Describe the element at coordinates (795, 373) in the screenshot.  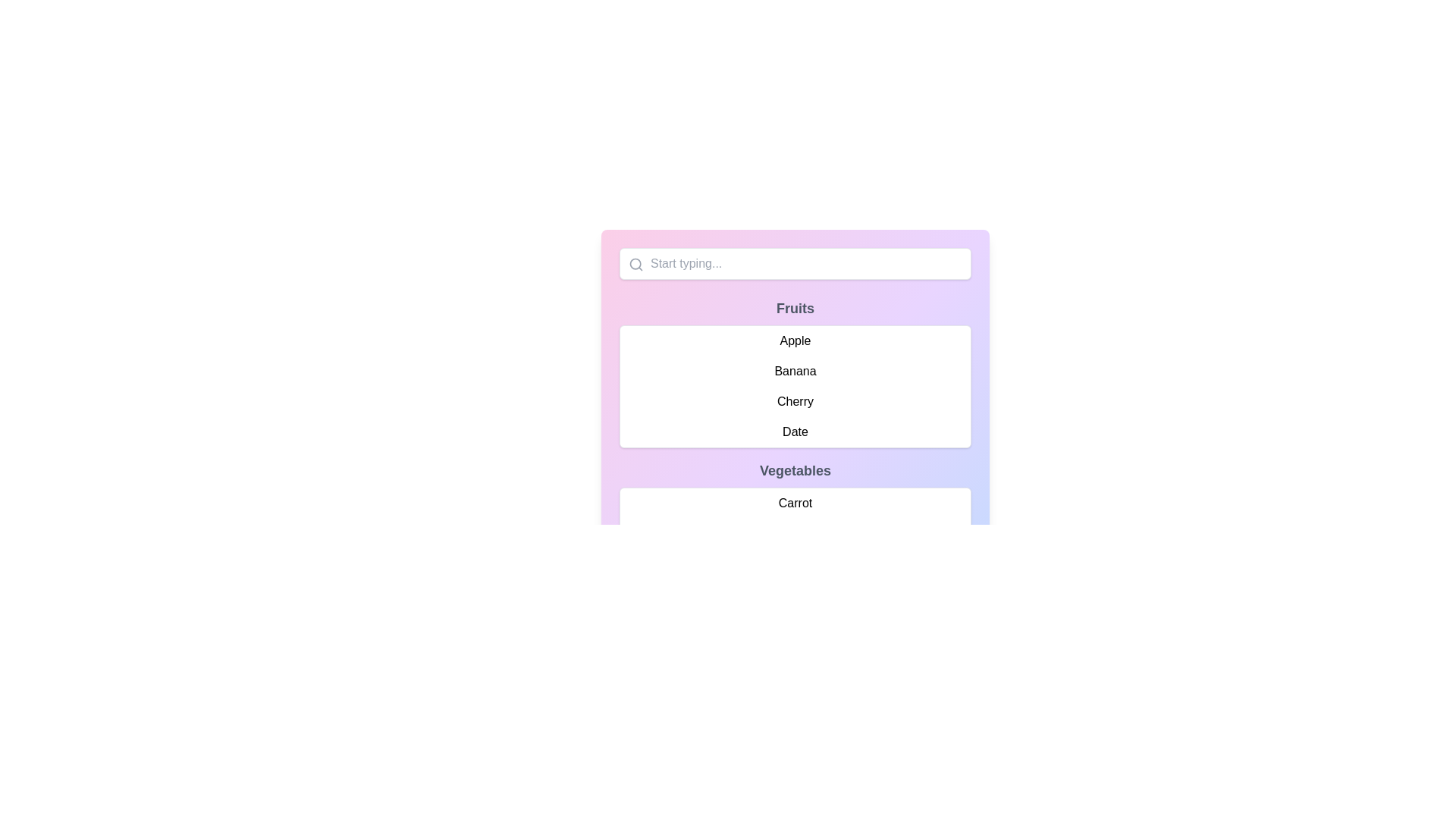
I see `the selectable list item labeled 'Banana' in the dropdown structure, which is the second item in the 'Fruits' category` at that location.